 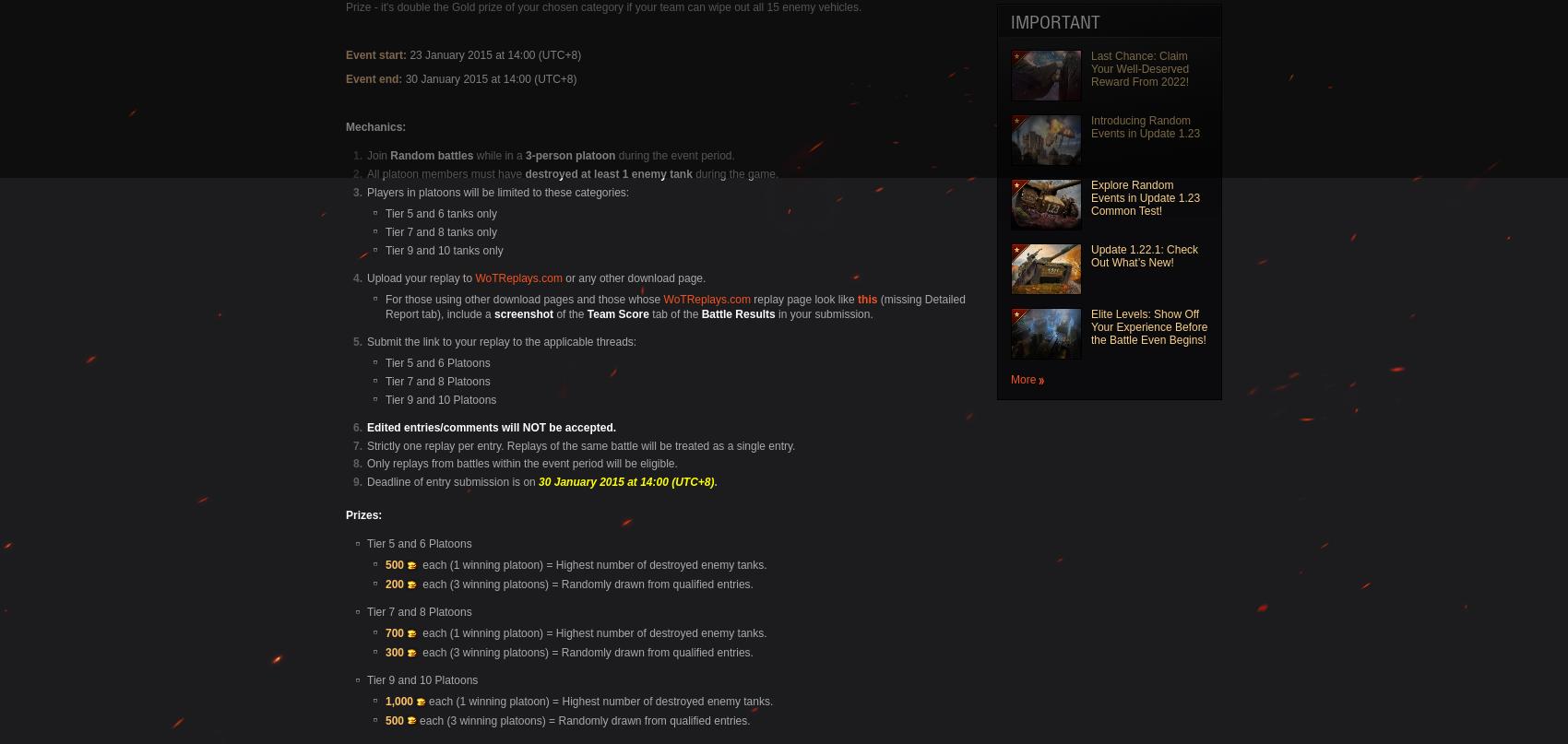 I want to click on 'For those using other download pages and those whose', so click(x=523, y=299).